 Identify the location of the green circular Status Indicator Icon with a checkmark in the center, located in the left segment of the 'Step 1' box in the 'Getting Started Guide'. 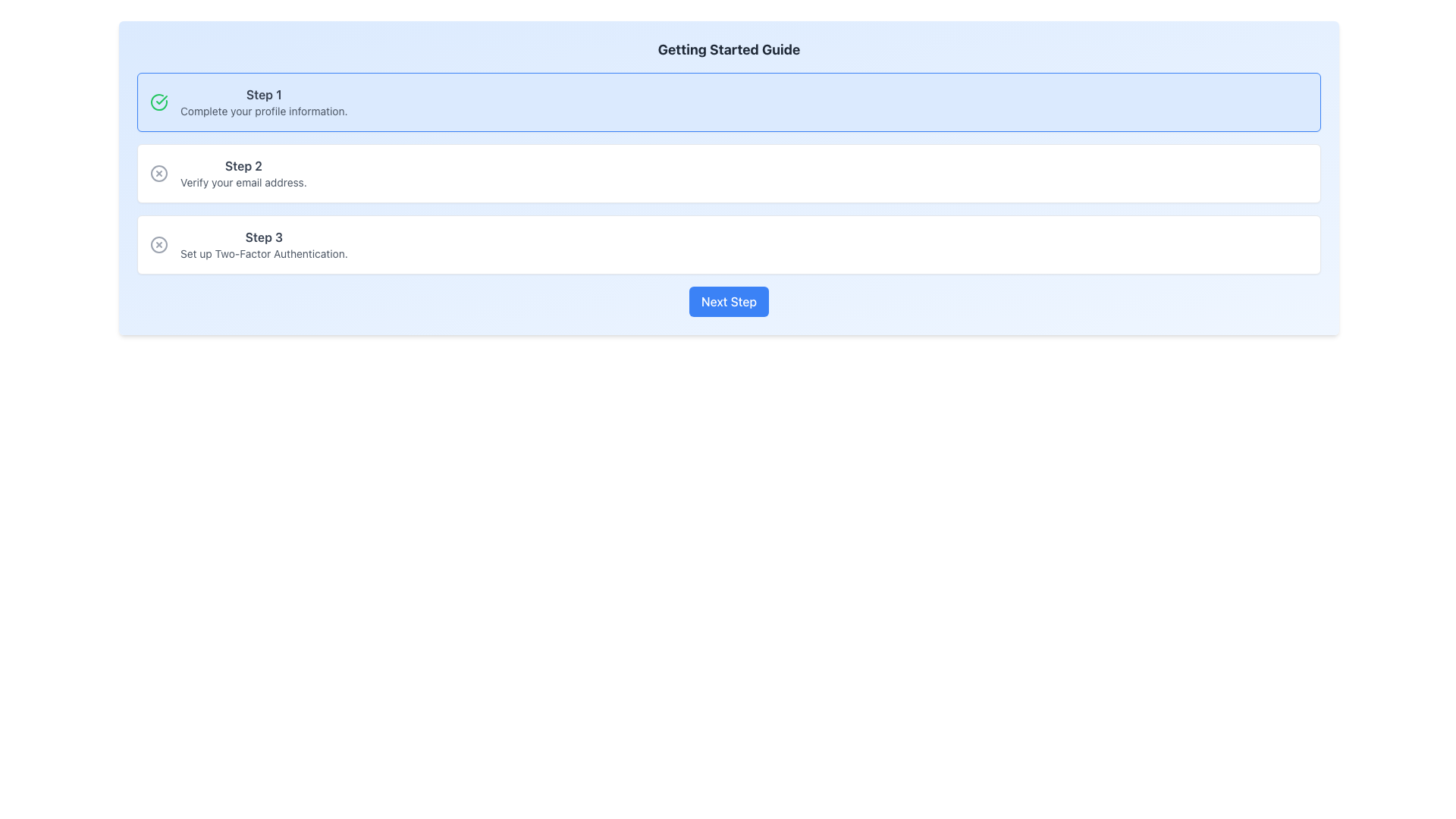
(159, 102).